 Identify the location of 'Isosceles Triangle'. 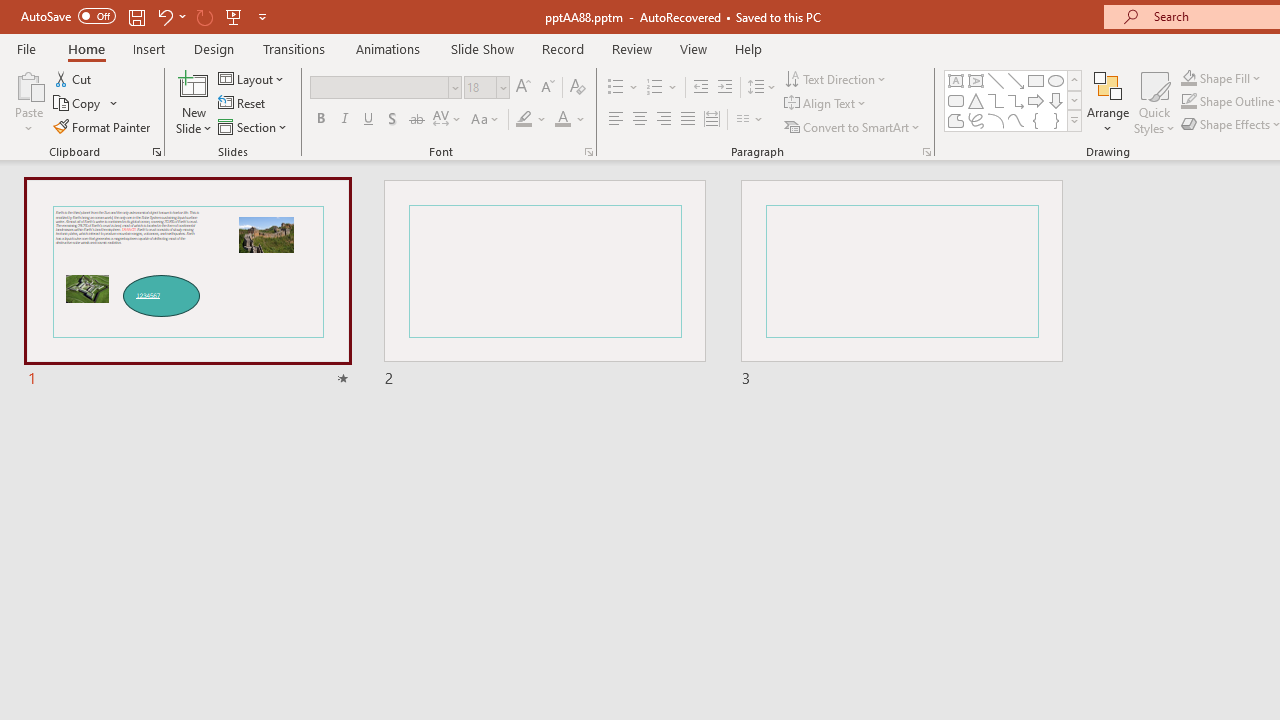
(976, 100).